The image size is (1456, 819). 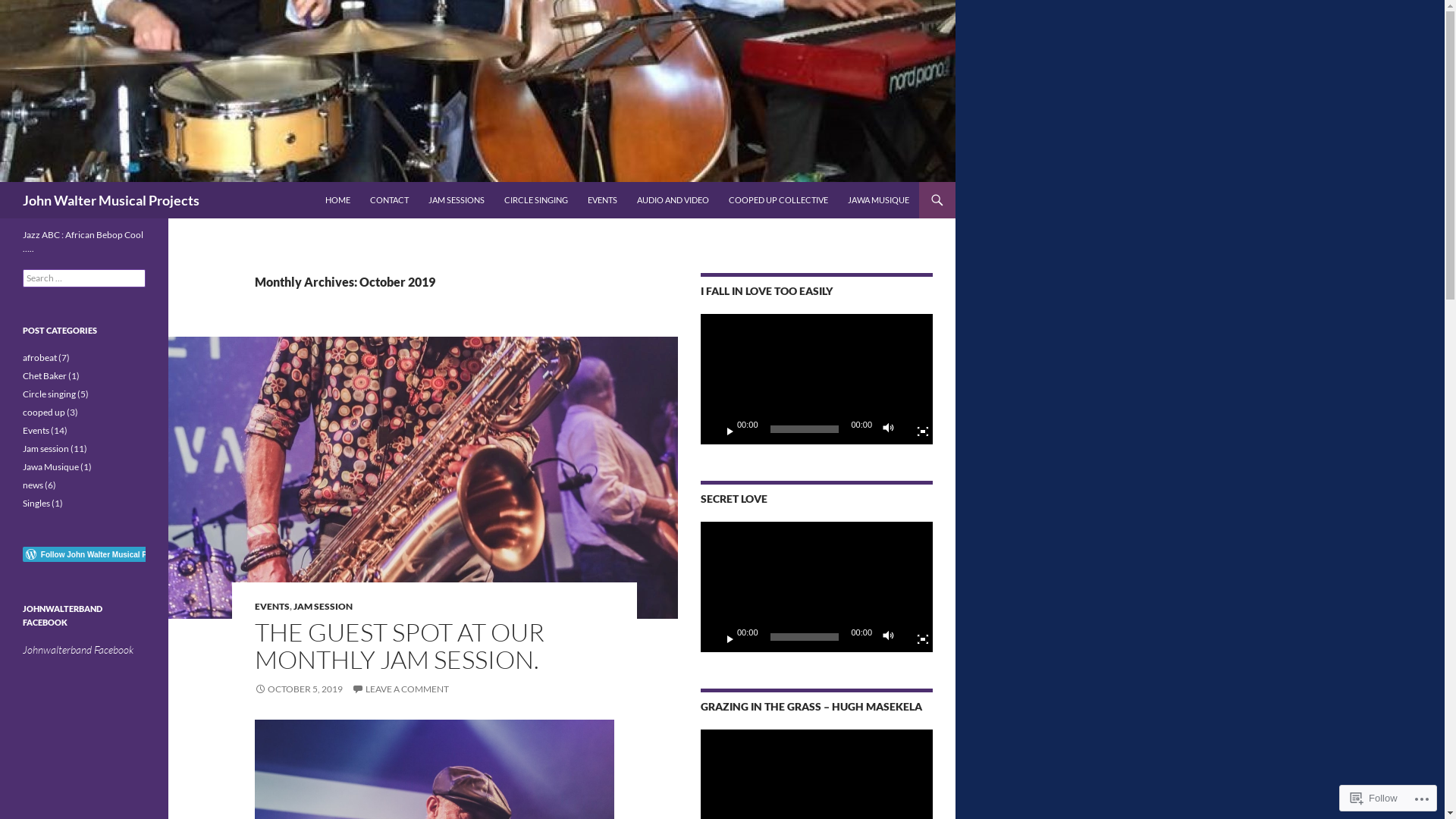 What do you see at coordinates (1344, 797) in the screenshot?
I see `'Follow'` at bounding box center [1344, 797].